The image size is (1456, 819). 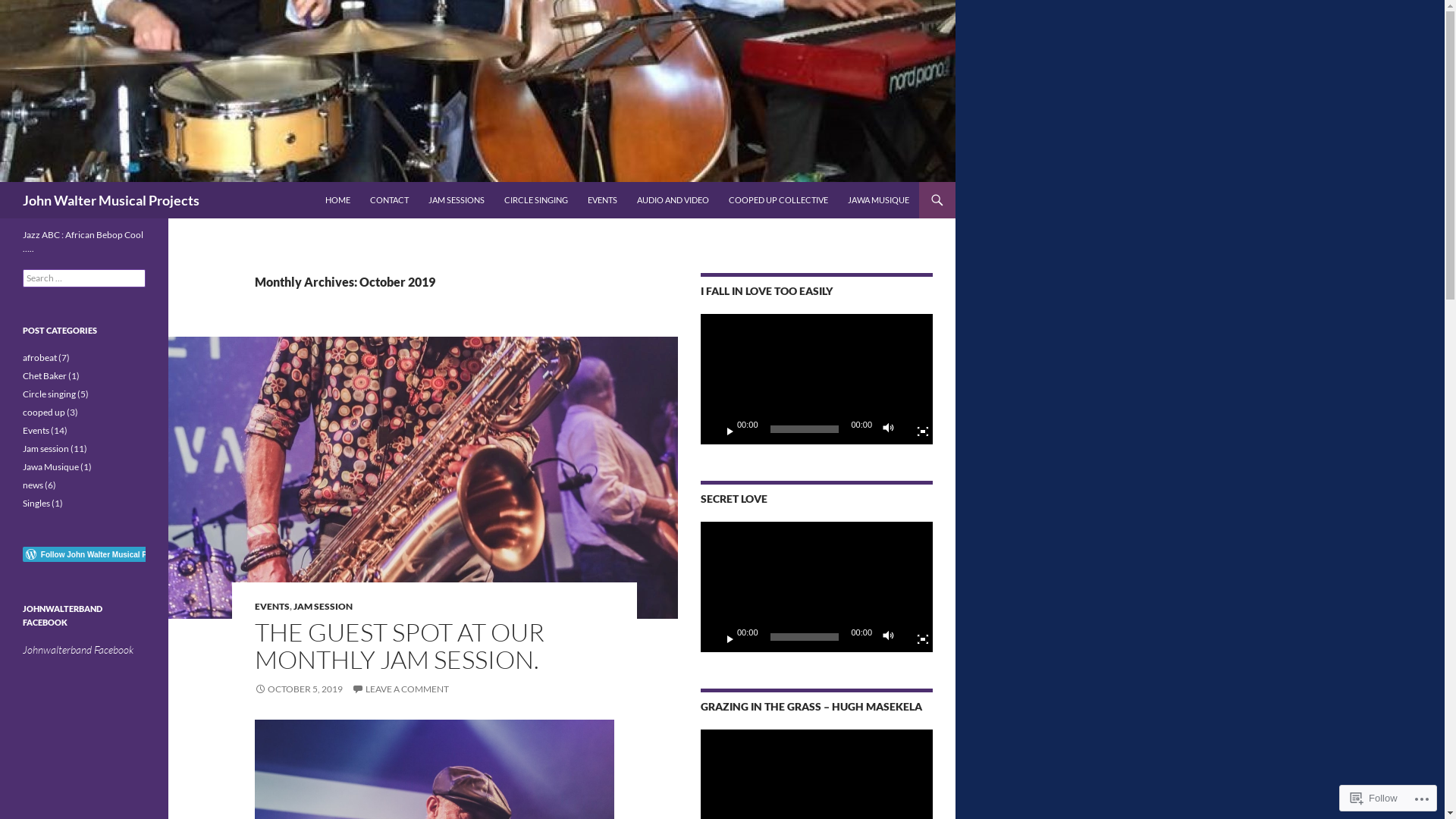 What do you see at coordinates (1344, 797) in the screenshot?
I see `'Follow'` at bounding box center [1344, 797].